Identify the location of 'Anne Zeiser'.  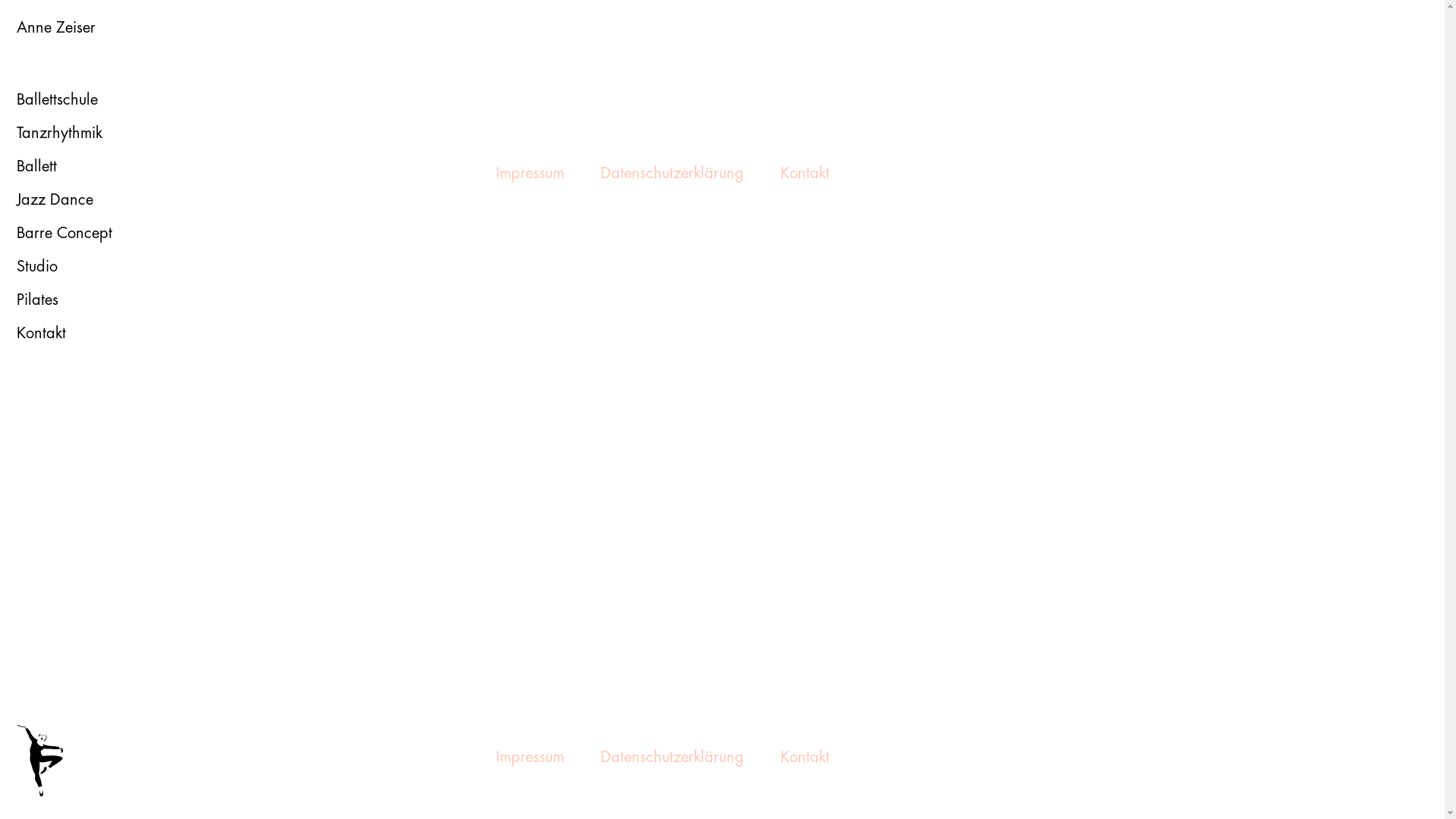
(55, 28).